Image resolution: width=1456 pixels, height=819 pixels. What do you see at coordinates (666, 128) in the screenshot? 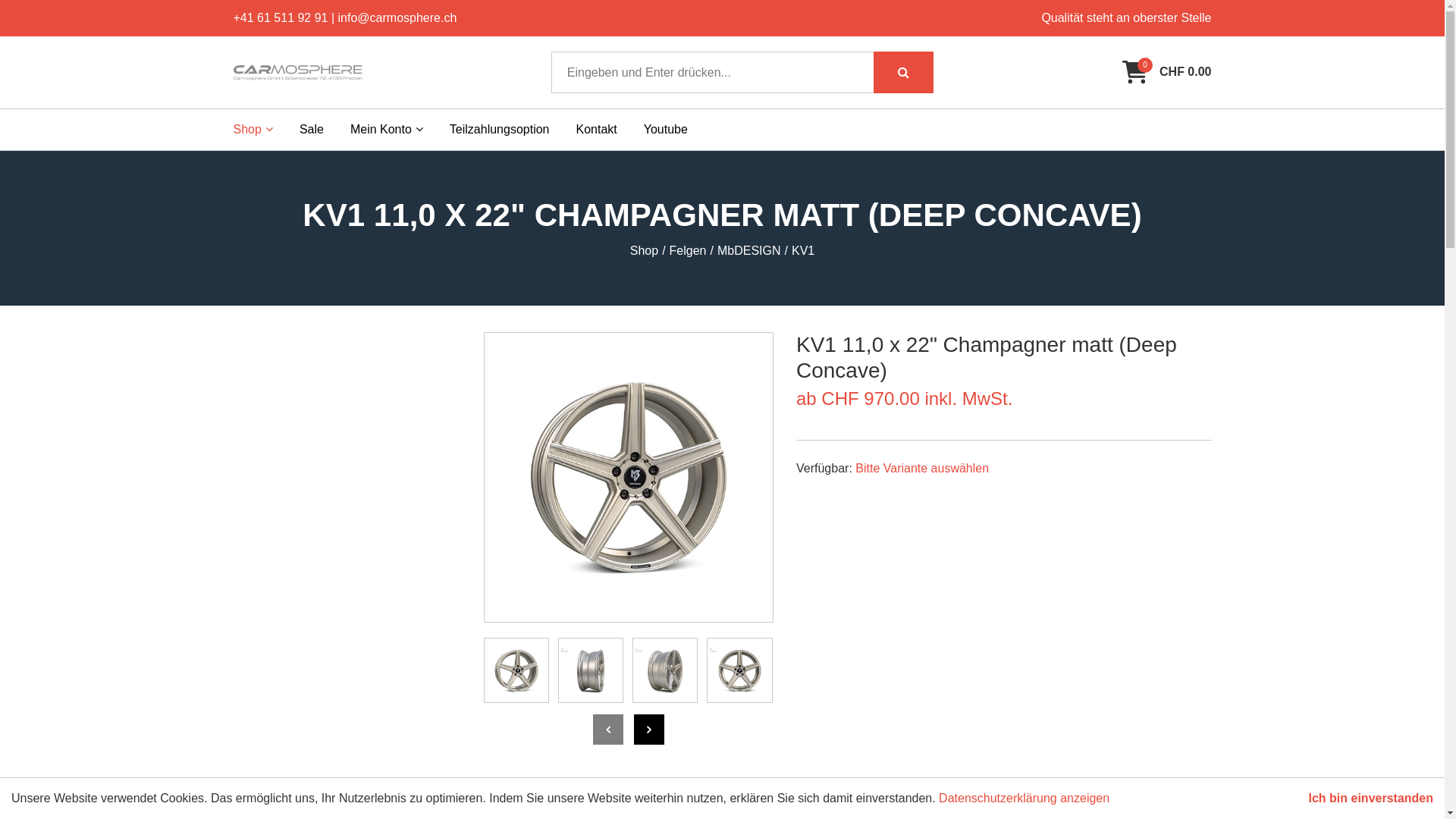
I see `'Youtube'` at bounding box center [666, 128].